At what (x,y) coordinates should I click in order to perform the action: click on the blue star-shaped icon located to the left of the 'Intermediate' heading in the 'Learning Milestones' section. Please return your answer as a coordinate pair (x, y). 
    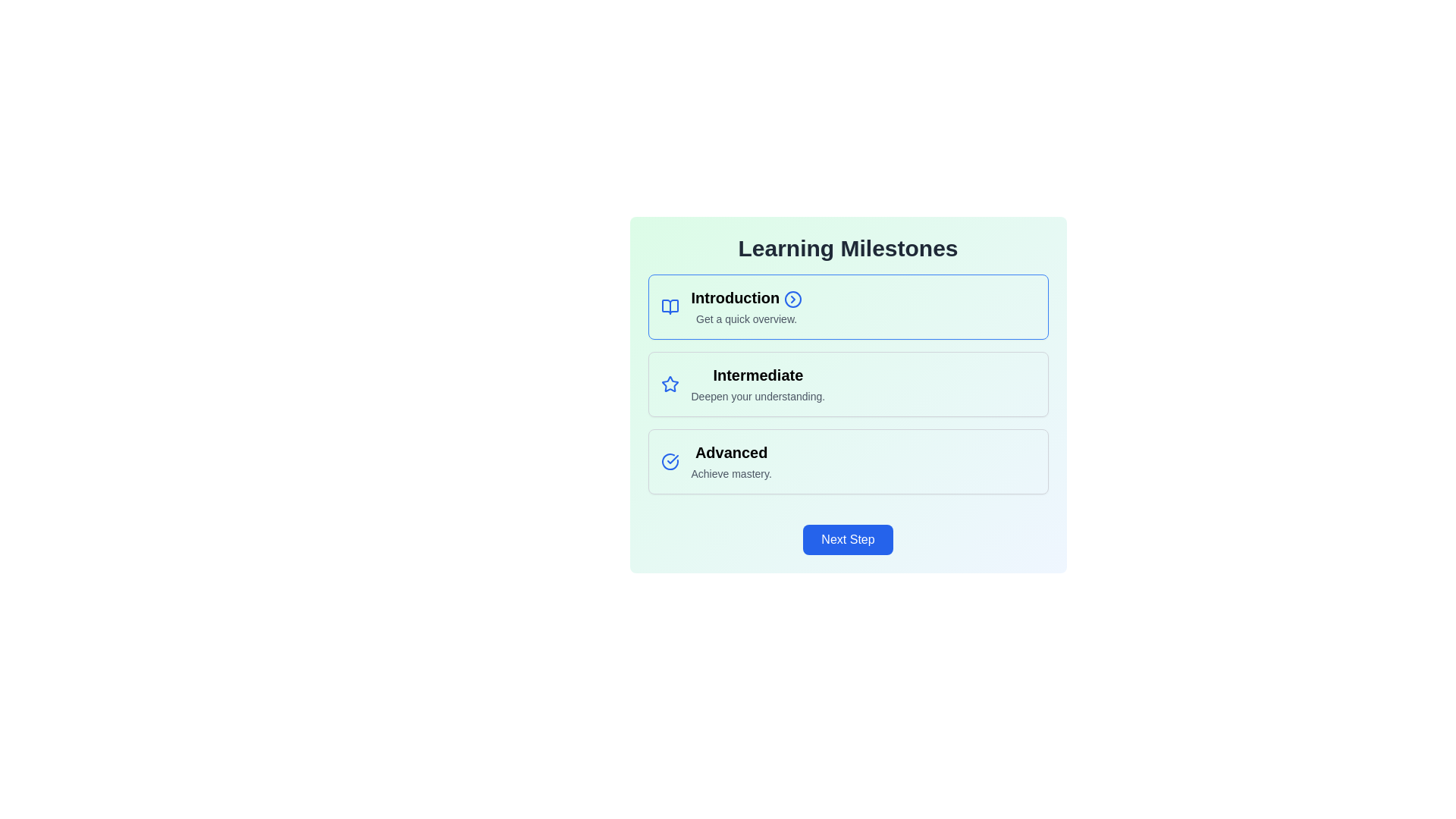
    Looking at the image, I should click on (669, 383).